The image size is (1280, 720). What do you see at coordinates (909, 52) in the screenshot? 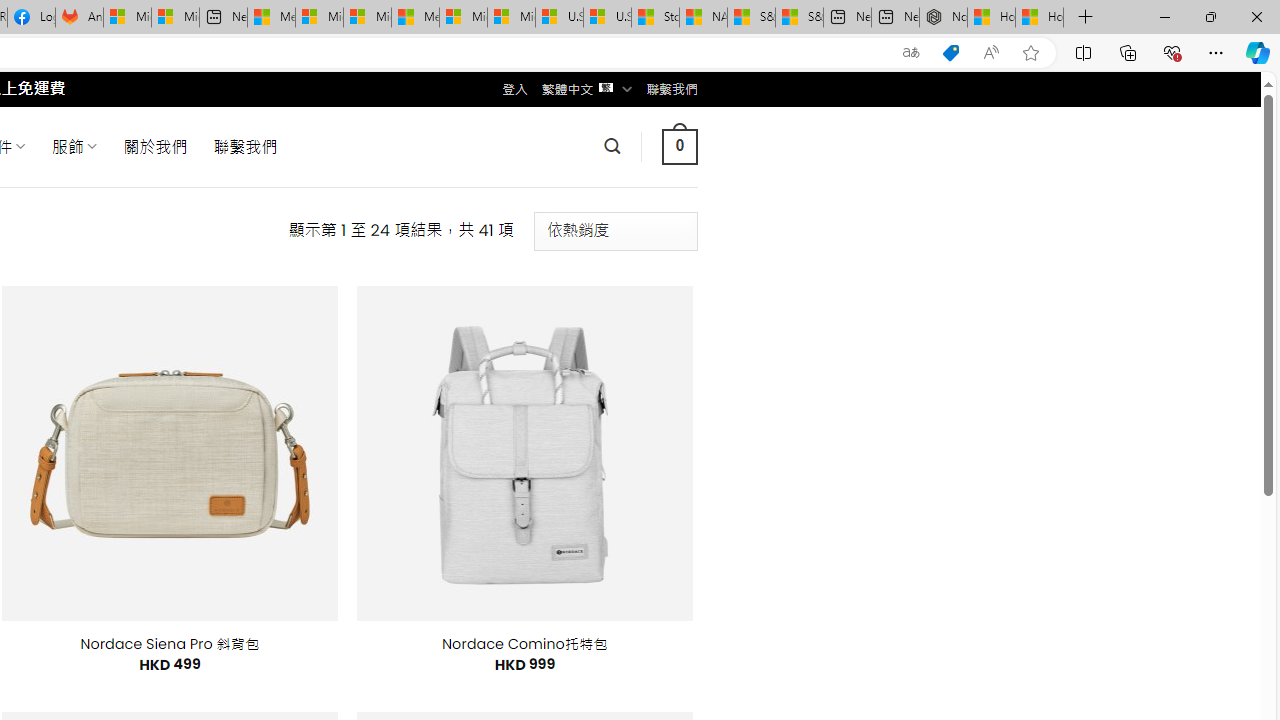
I see `'Show translate options'` at bounding box center [909, 52].